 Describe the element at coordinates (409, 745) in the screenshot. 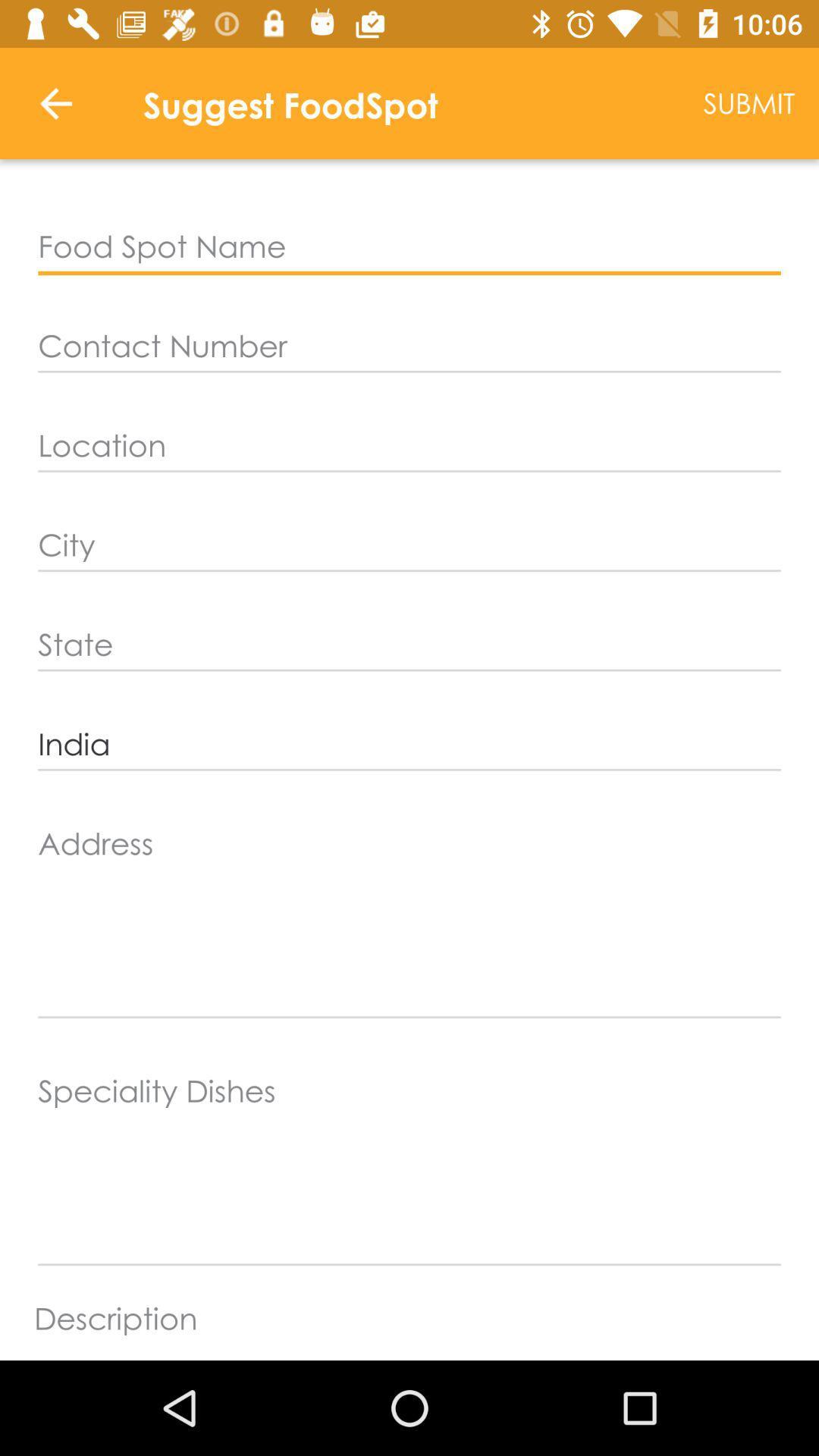

I see `india item` at that location.